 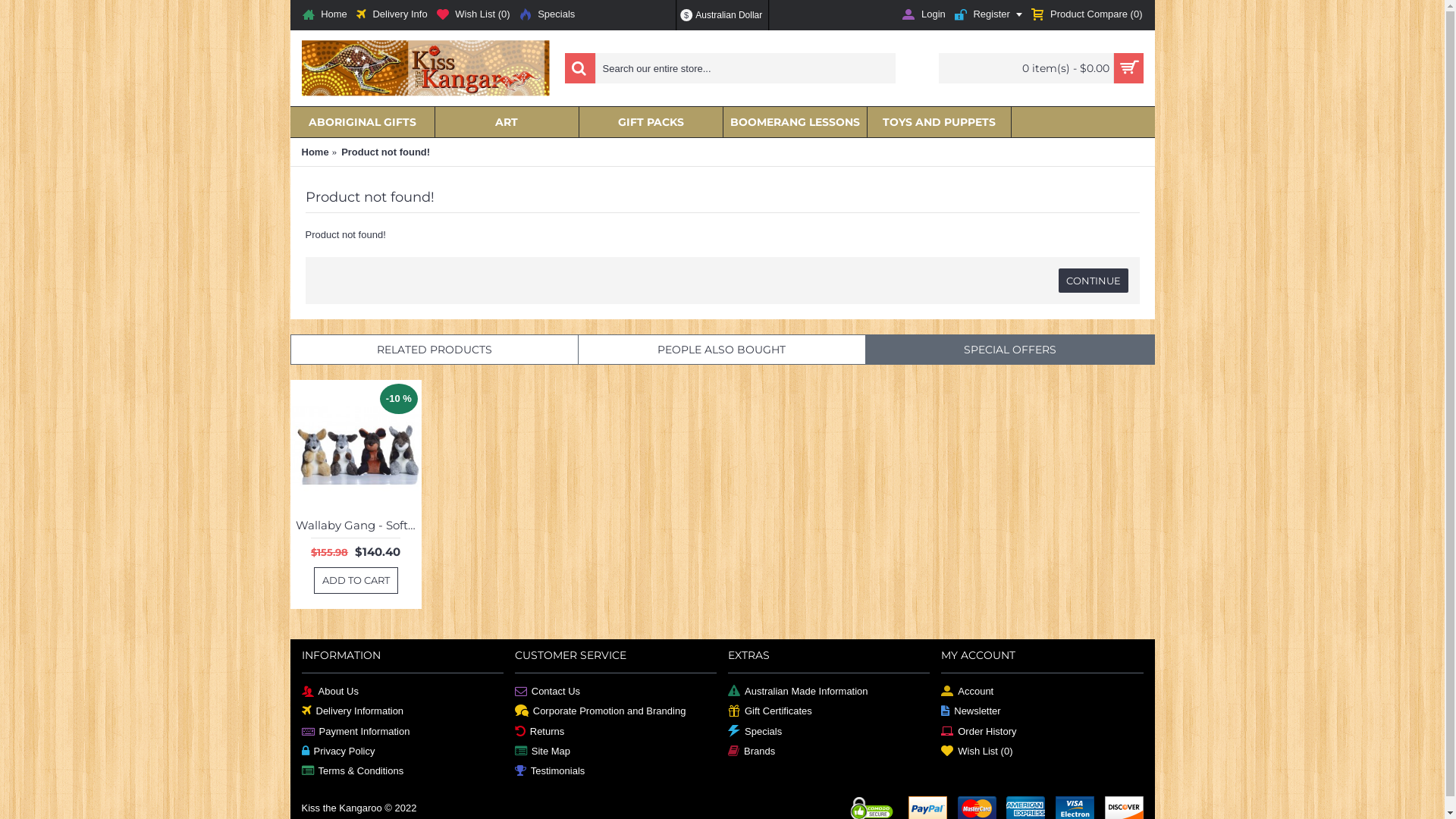 I want to click on 'Kiss the Kangaroo', so click(x=425, y=67).